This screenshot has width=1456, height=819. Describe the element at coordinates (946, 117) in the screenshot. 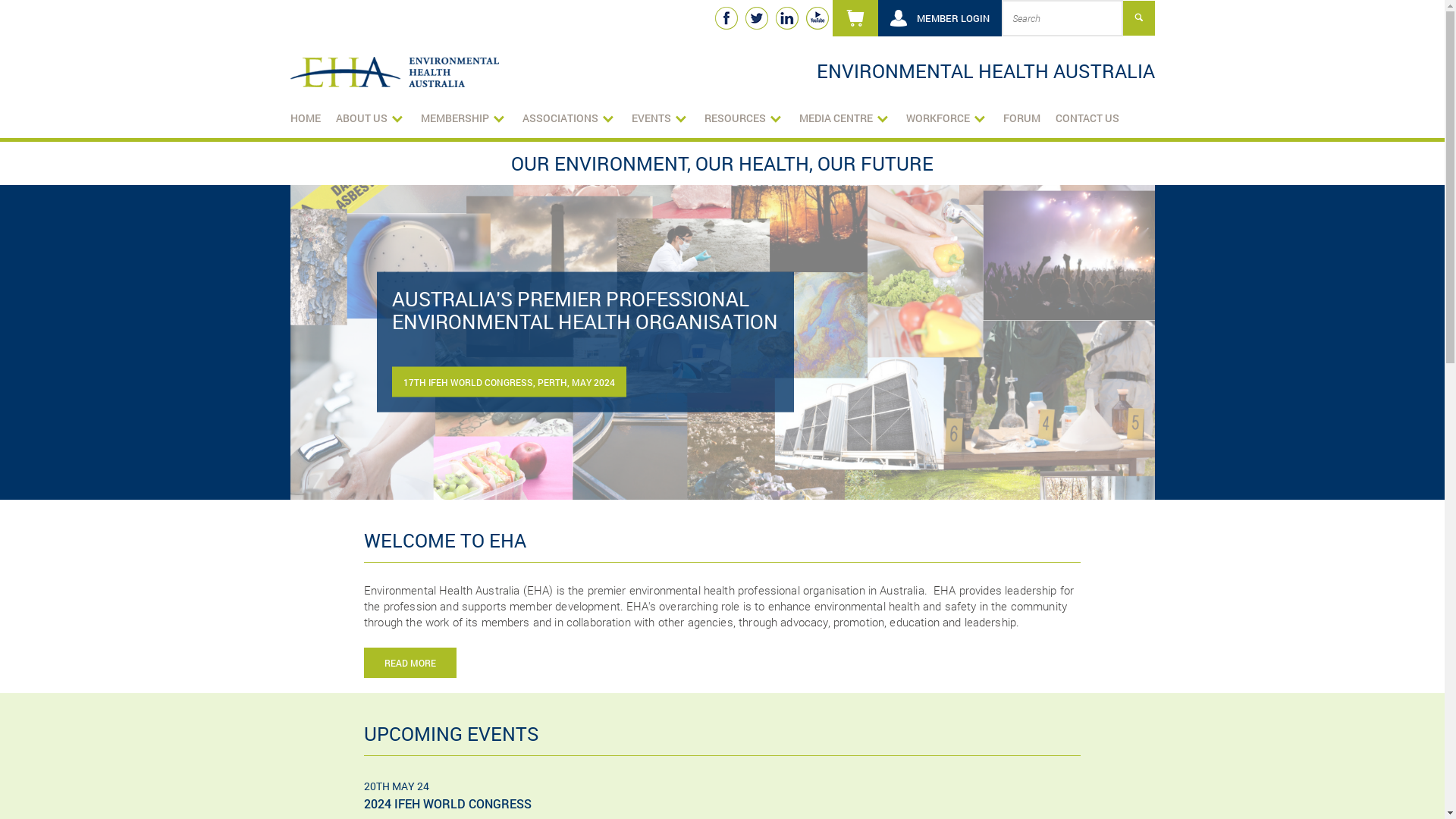

I see `'WORKFORCE'` at that location.